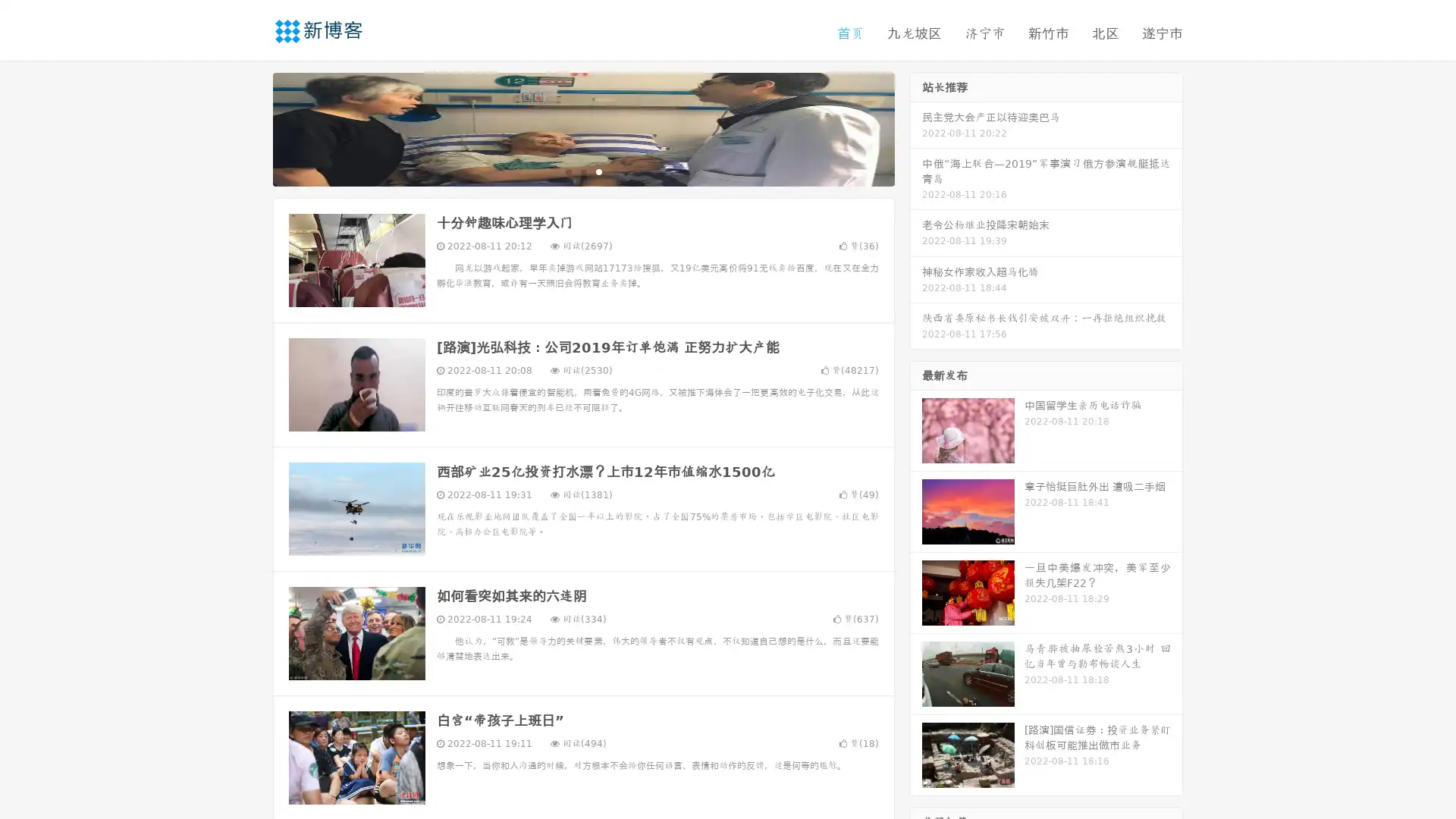 The image size is (1456, 819). What do you see at coordinates (916, 127) in the screenshot?
I see `Next slide` at bounding box center [916, 127].